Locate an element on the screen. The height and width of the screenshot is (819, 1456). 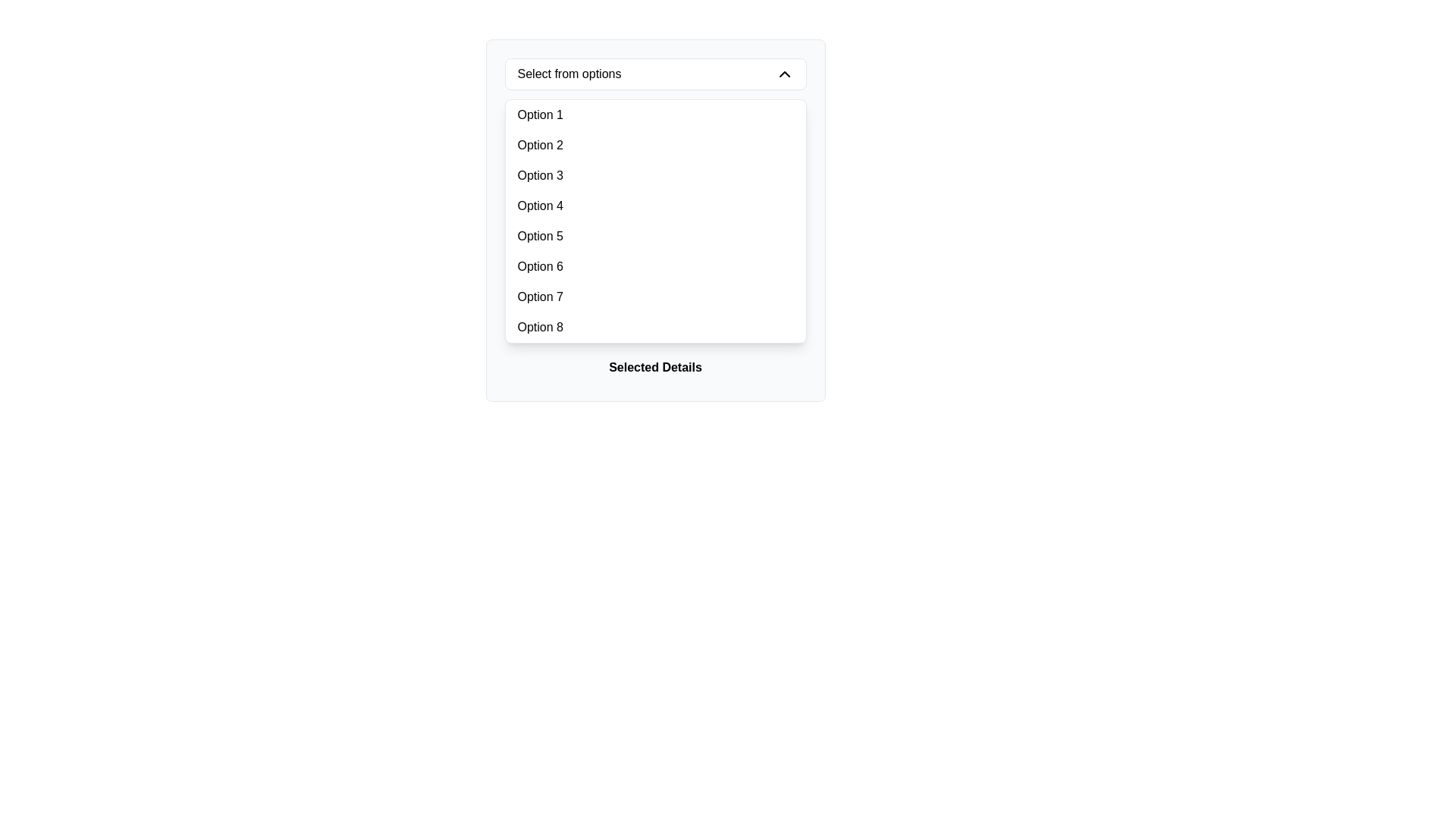
the fifth option in the dropdown menu is located at coordinates (540, 237).